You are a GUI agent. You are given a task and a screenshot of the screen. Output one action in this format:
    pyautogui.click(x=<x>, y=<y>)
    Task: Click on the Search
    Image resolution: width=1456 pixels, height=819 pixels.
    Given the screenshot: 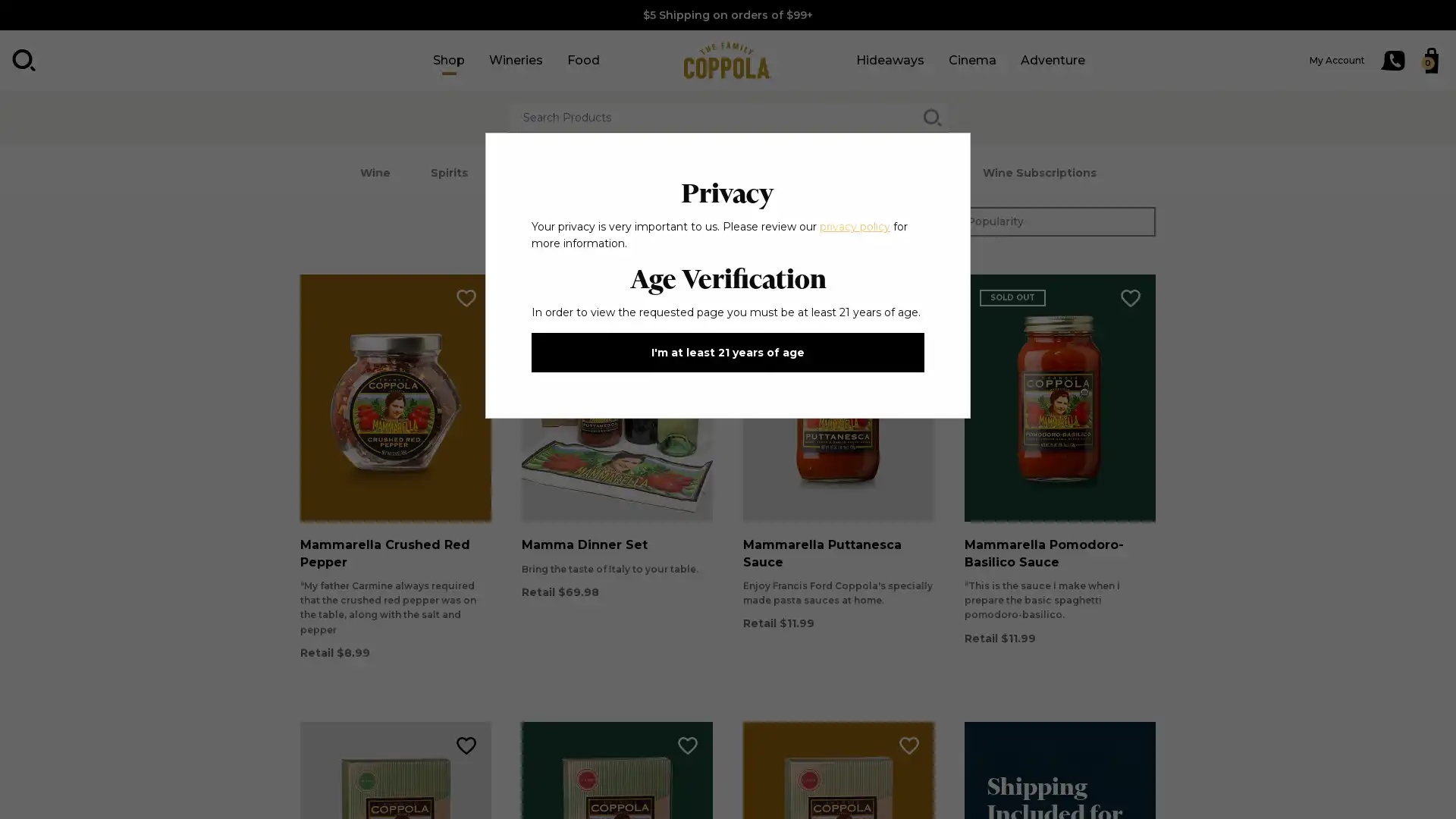 What is the action you would take?
    pyautogui.click(x=24, y=60)
    